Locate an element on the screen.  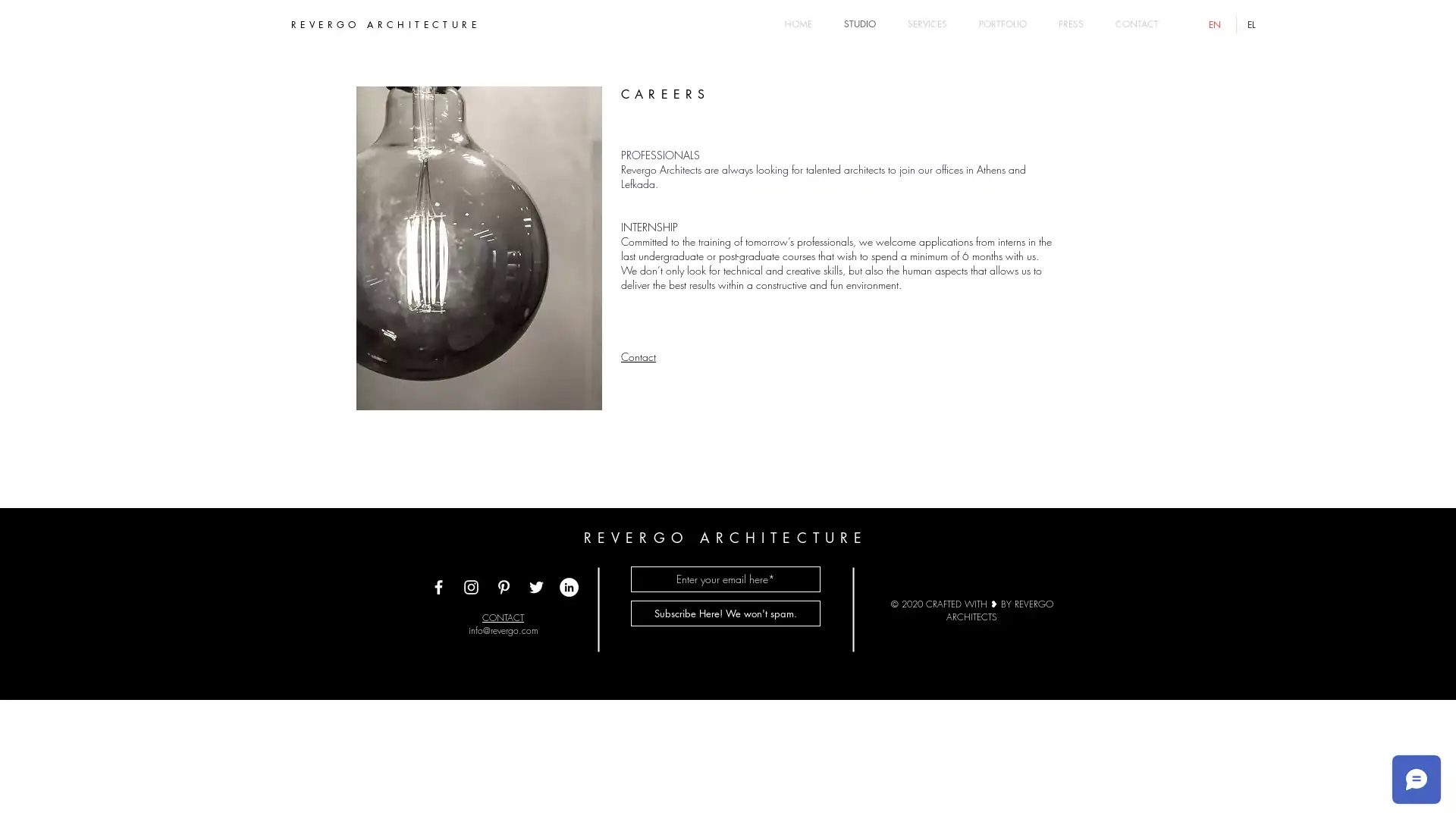
Greek is located at coordinates (1252, 25).